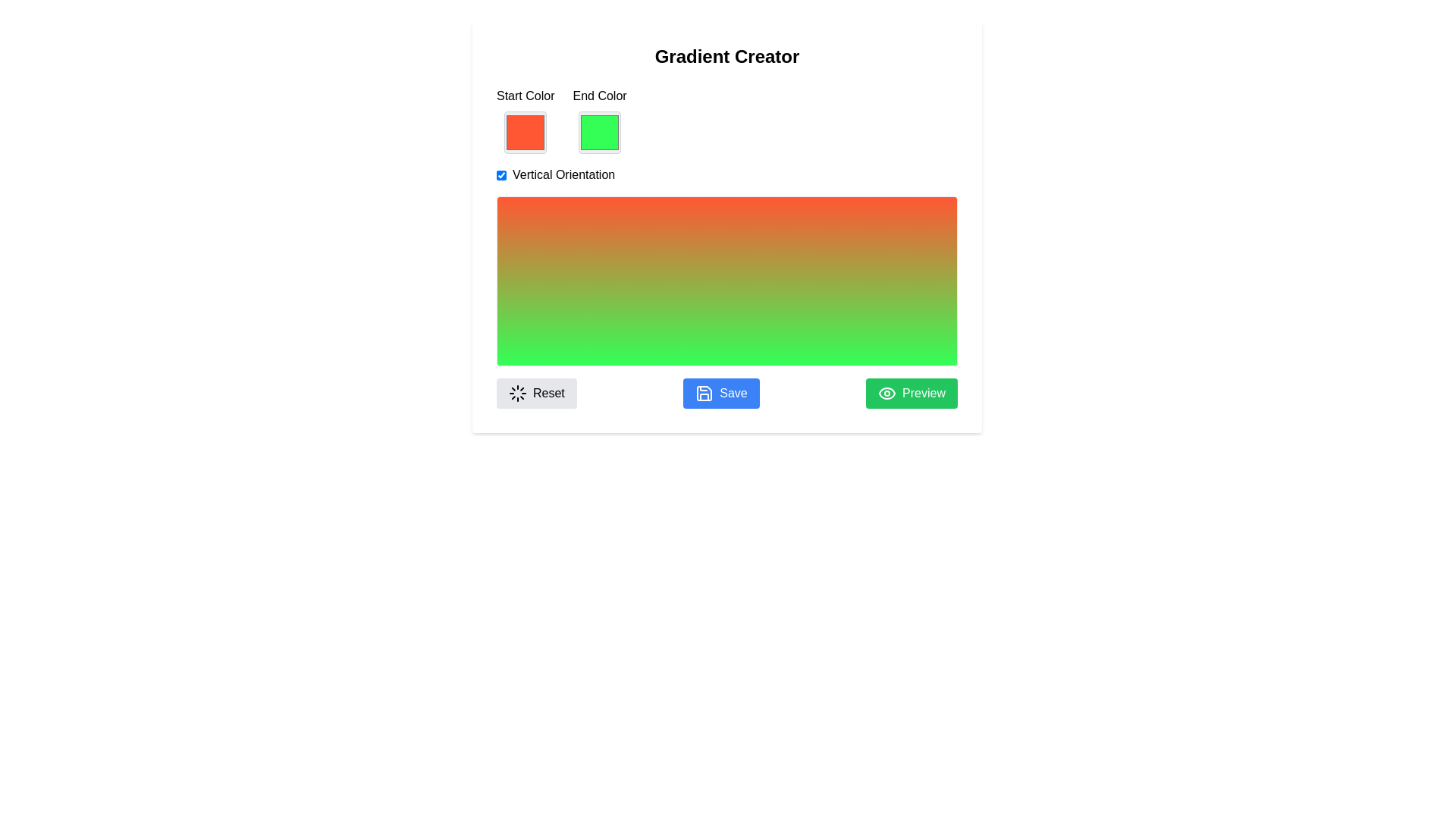 This screenshot has height=819, width=1456. Describe the element at coordinates (501, 174) in the screenshot. I see `the leftmost checkbox that toggles the orientation of the gradient between vertical and horizontal` at that location.